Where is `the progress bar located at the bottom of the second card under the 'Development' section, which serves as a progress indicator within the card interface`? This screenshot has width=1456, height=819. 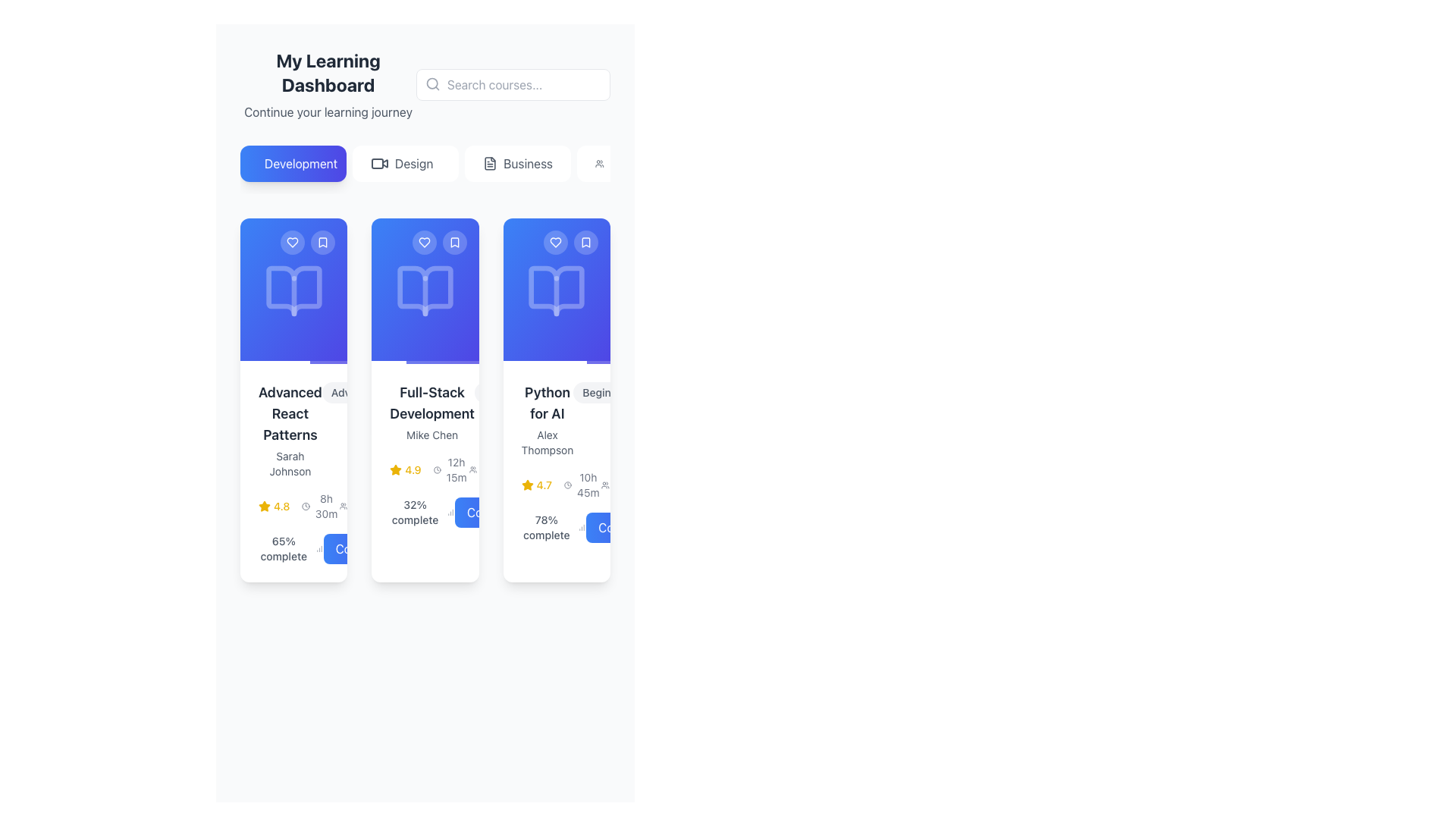 the progress bar located at the bottom of the second card under the 'Development' section, which serves as a progress indicator within the card interface is located at coordinates (389, 362).